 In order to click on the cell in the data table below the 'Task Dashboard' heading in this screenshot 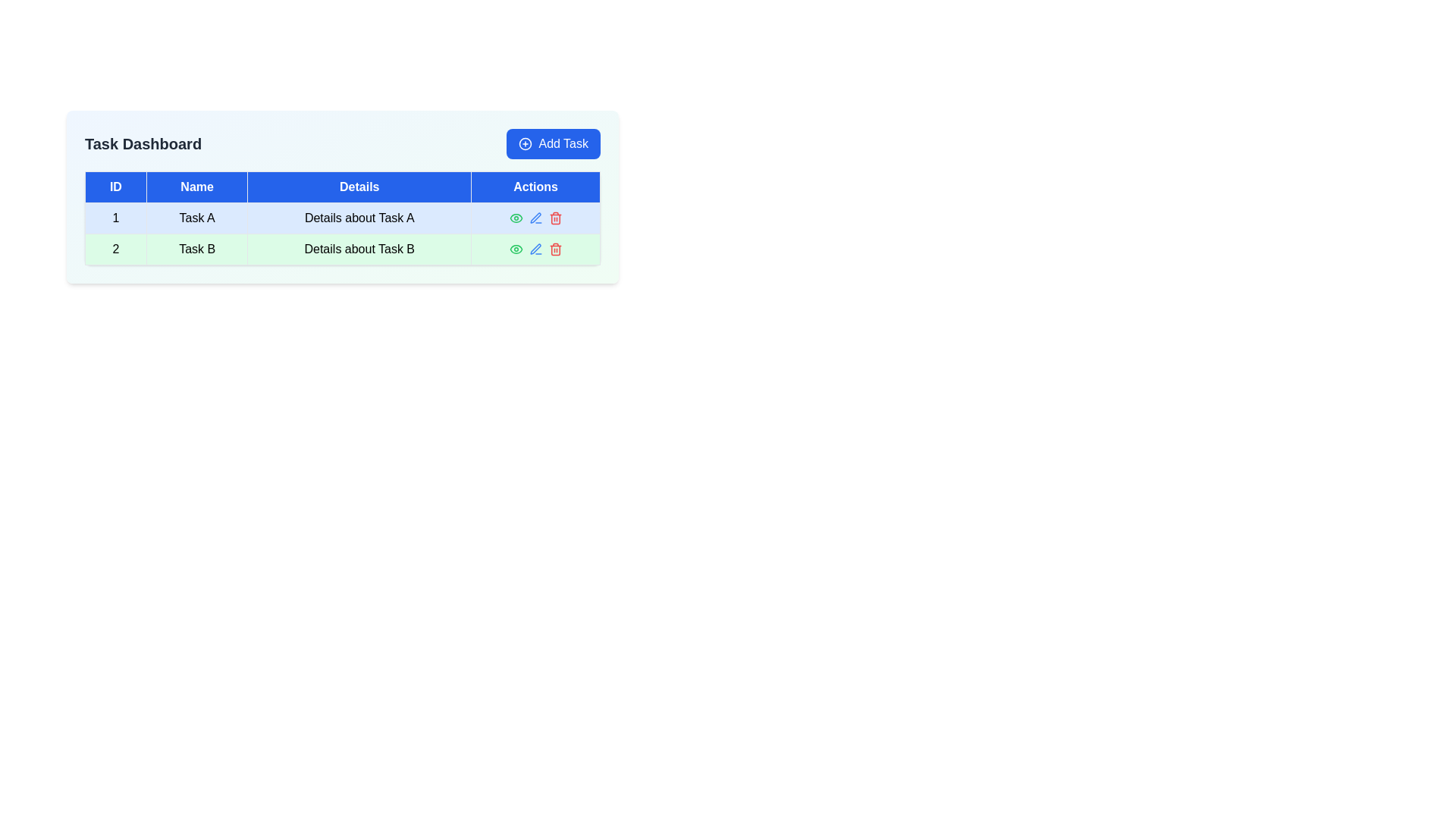, I will do `click(341, 218)`.